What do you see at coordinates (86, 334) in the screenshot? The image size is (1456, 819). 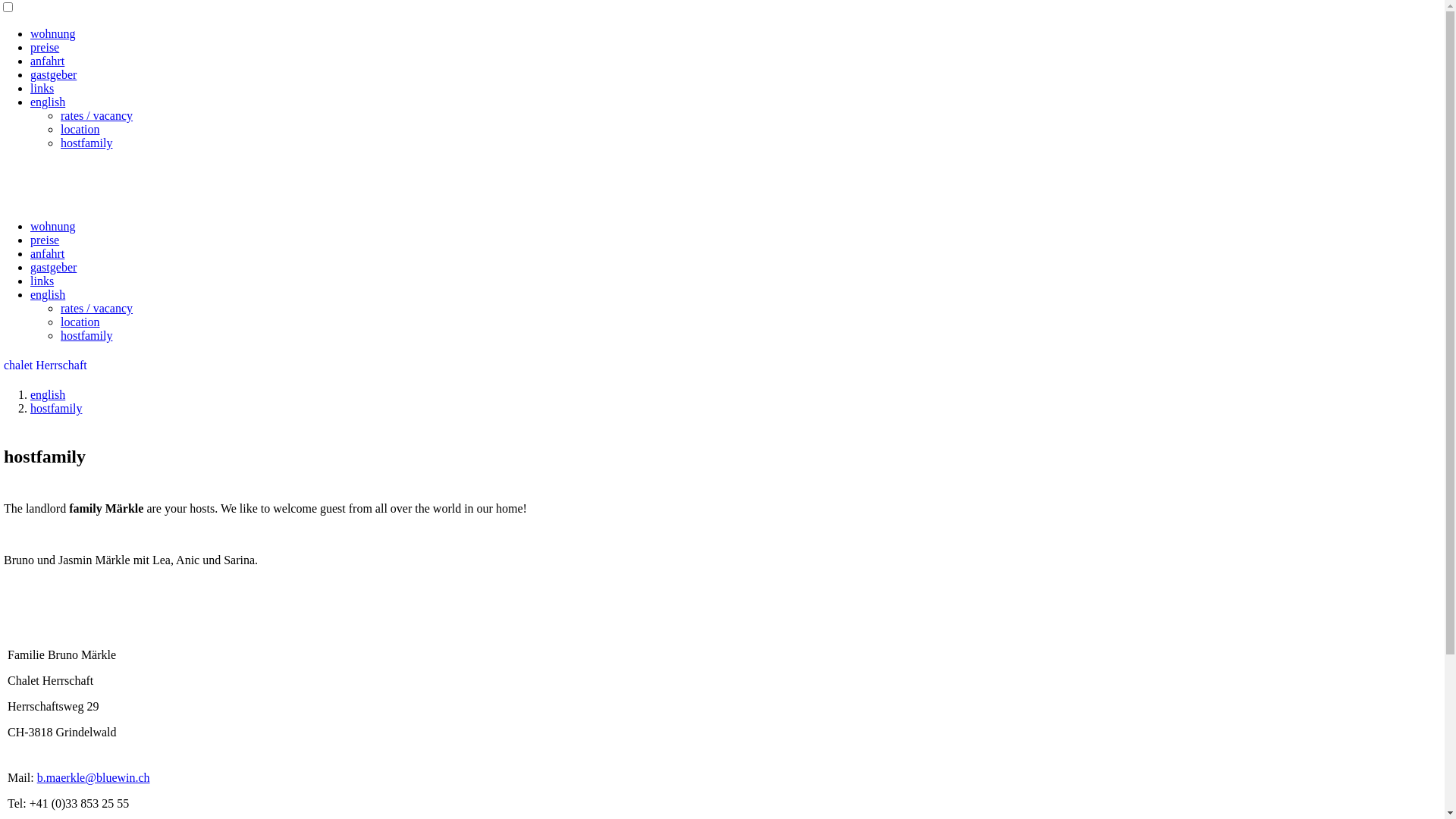 I see `'hostfamily'` at bounding box center [86, 334].